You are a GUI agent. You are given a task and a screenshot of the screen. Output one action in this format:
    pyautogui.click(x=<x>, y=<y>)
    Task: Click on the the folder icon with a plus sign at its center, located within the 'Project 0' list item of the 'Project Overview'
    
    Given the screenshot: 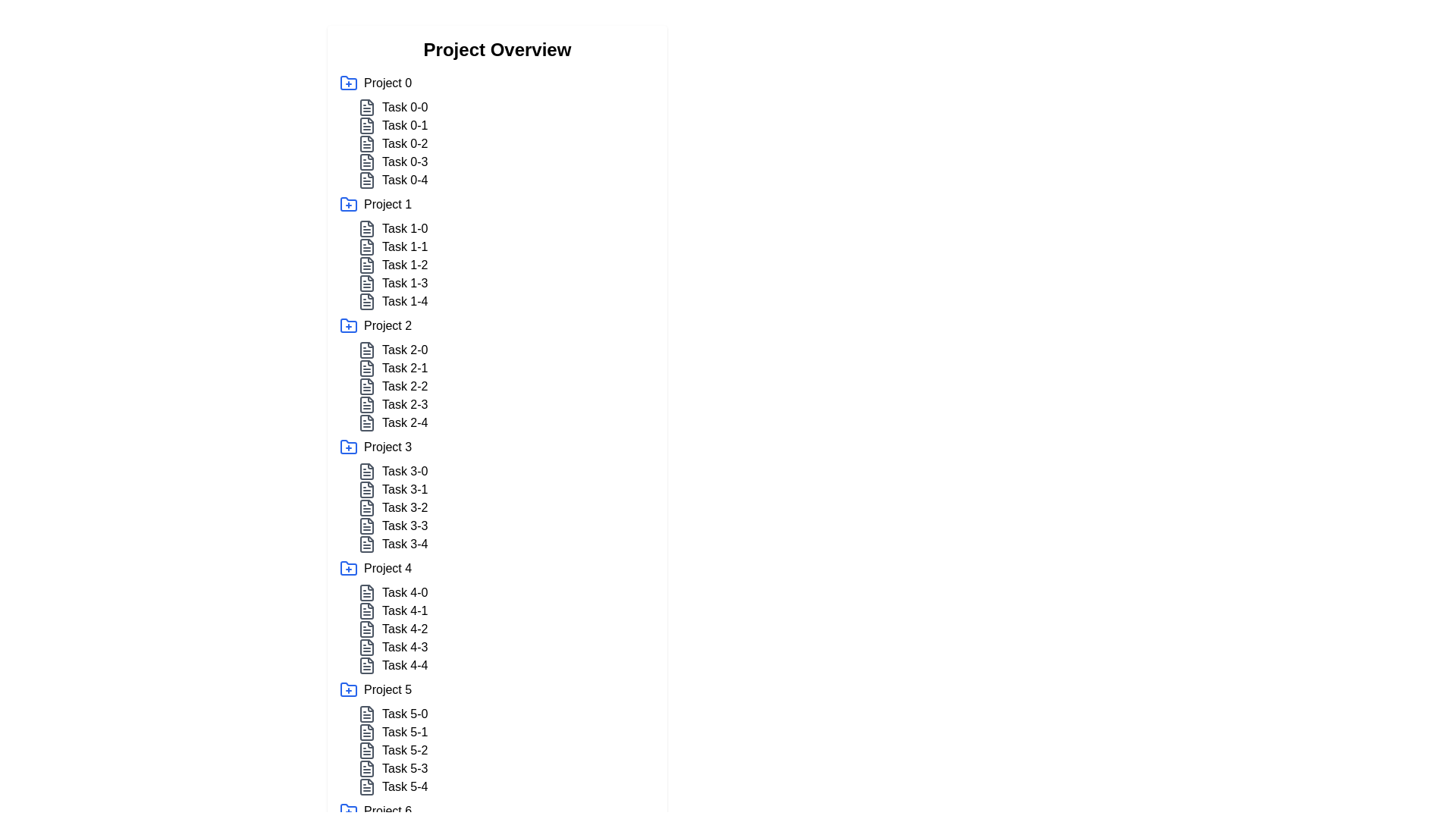 What is the action you would take?
    pyautogui.click(x=348, y=83)
    